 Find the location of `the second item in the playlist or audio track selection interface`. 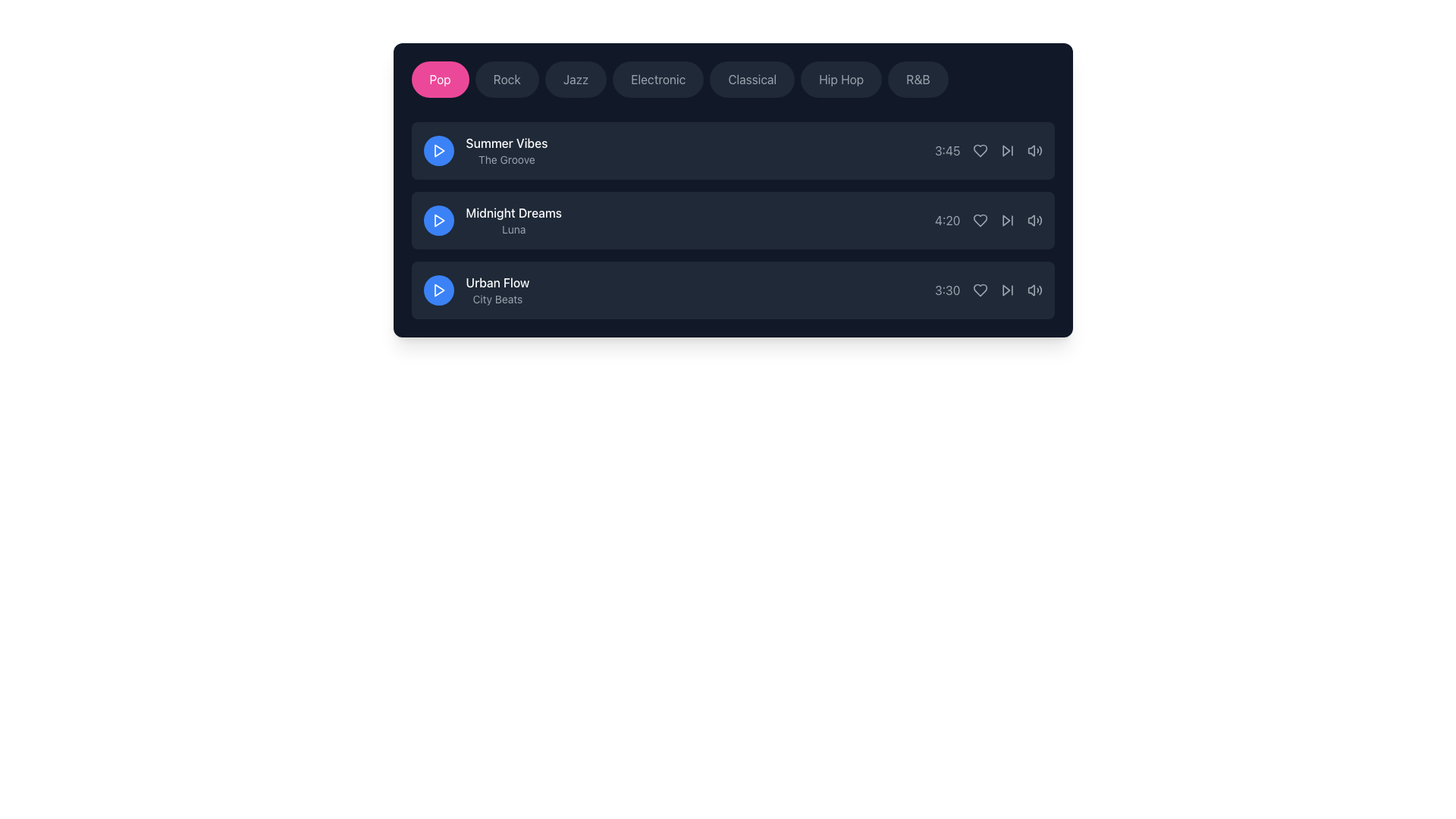

the second item in the playlist or audio track selection interface is located at coordinates (733, 220).